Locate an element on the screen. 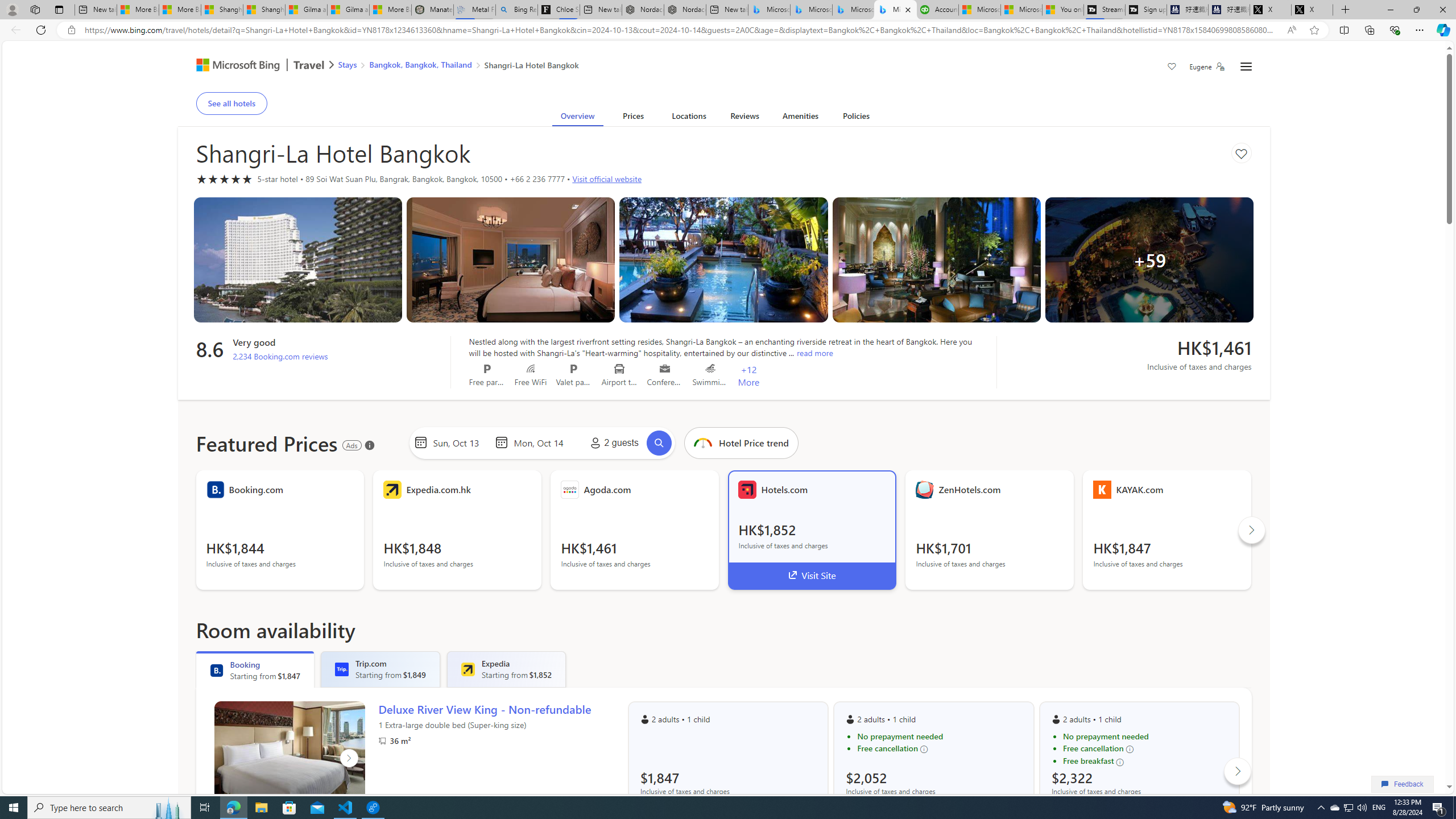 Image resolution: width=1456 pixels, height=819 pixels. '+12 More Amenities' is located at coordinates (748, 375).